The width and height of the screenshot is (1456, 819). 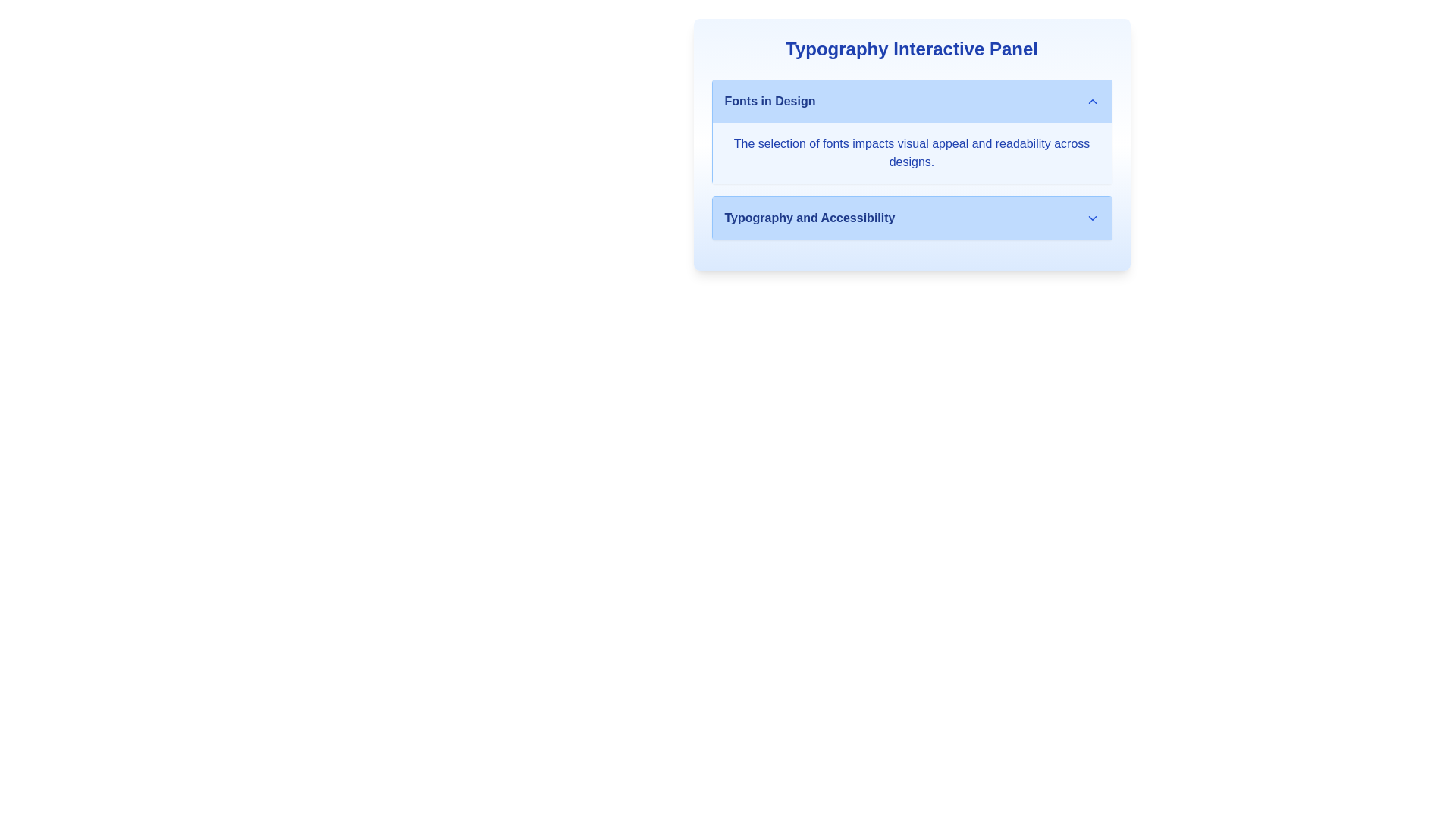 What do you see at coordinates (770, 102) in the screenshot?
I see `the non-interactive text label displaying 'Fonts in Design', which is located in the leftmost position of a light blue section, adjacent to a chevron icon` at bounding box center [770, 102].